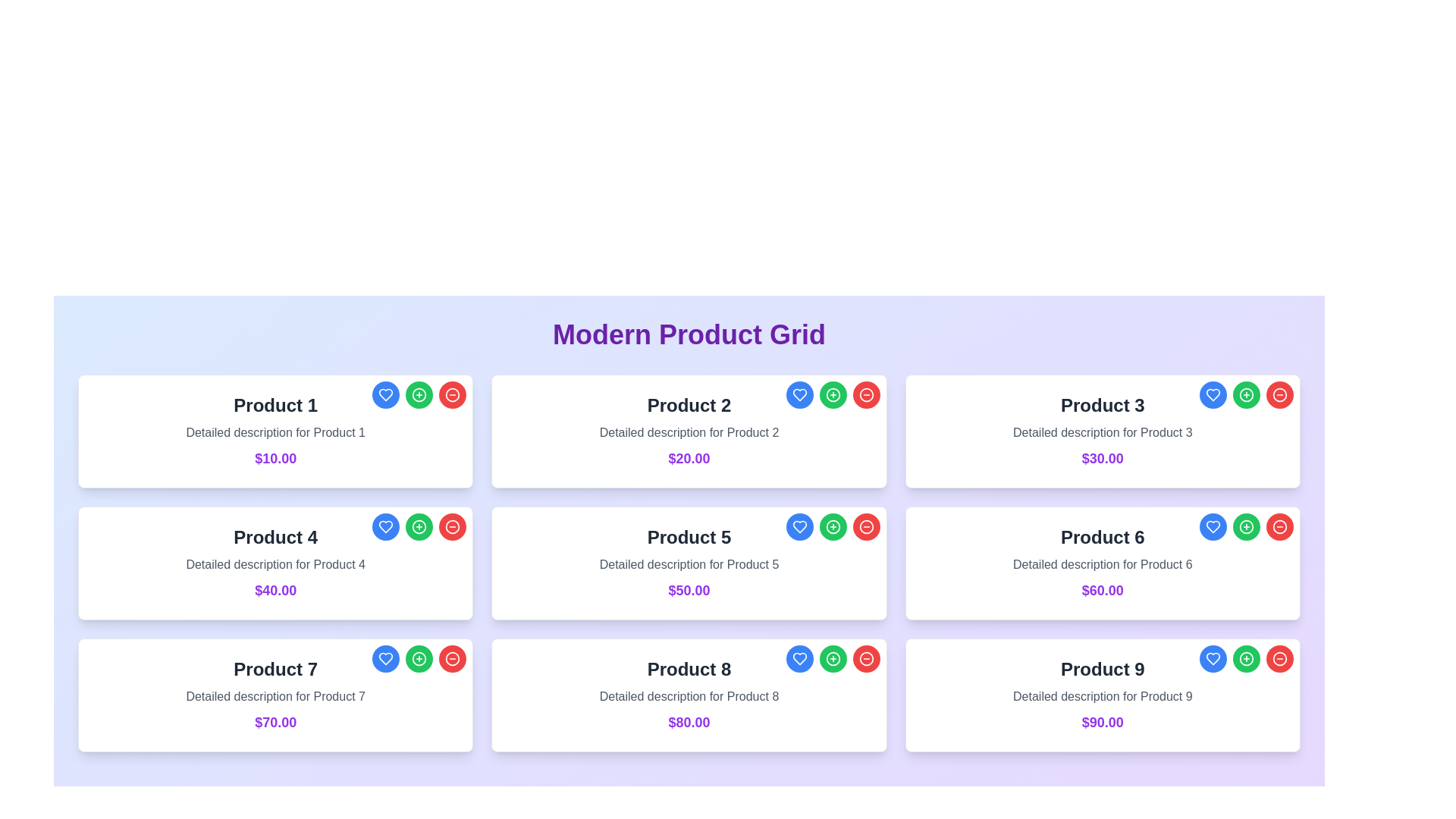 The width and height of the screenshot is (1456, 819). Describe the element at coordinates (1103, 458) in the screenshot. I see `the bold purple text displaying '$30.00' located beneath the product description for 'Product 3'` at that location.